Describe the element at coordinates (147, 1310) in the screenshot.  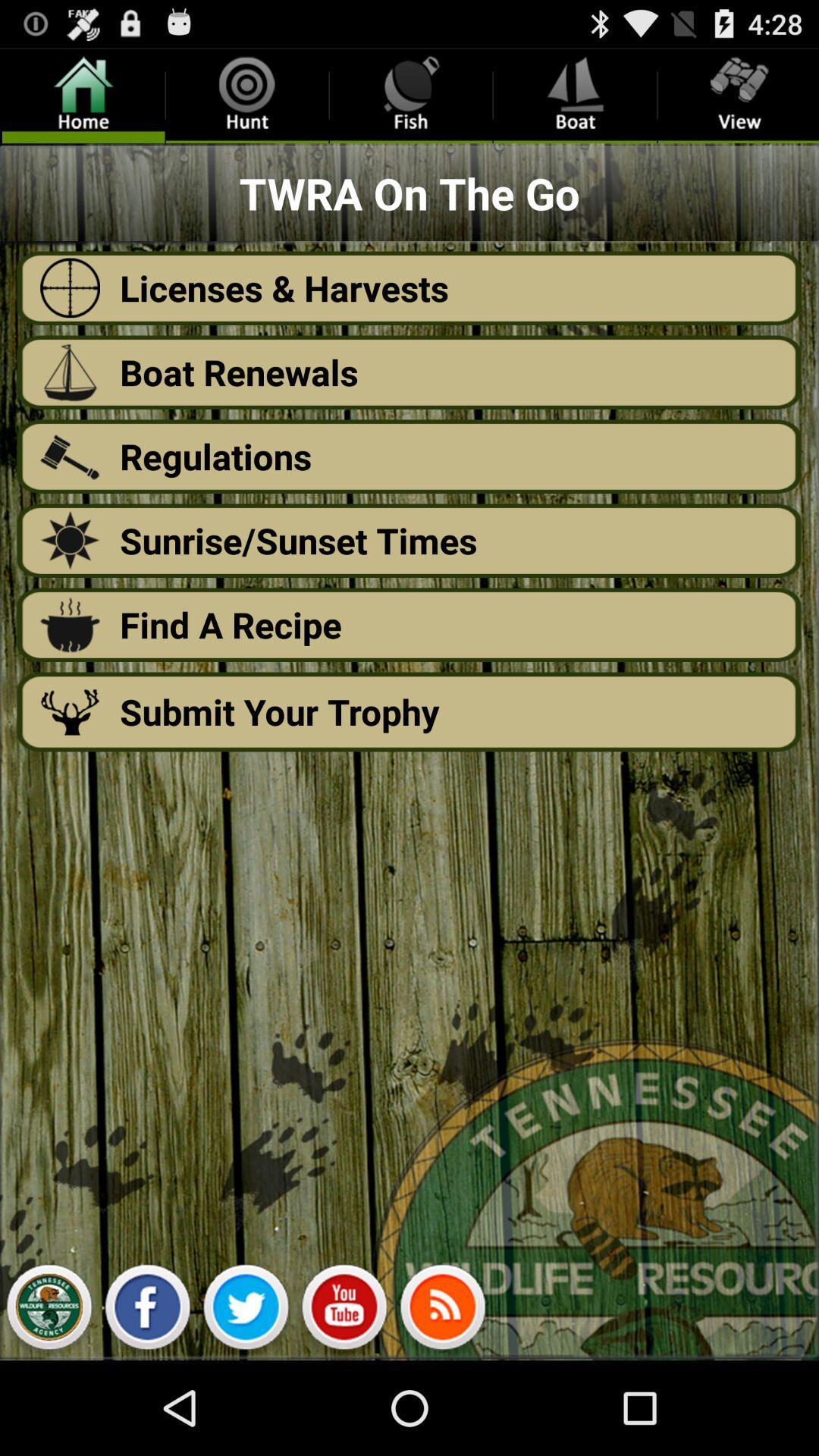
I see `the facebook` at that location.